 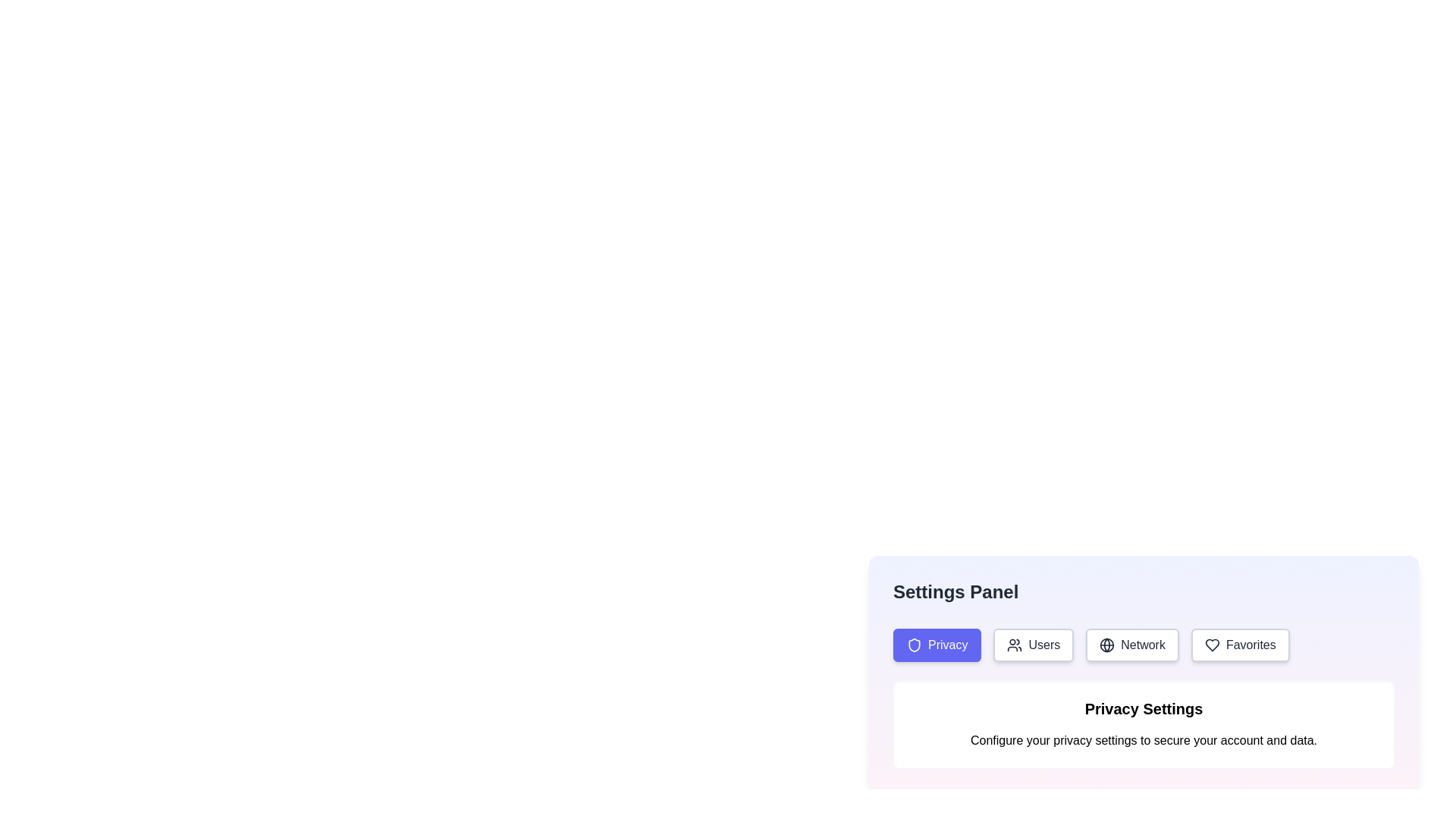 I want to click on the button labeled for managing favorite items, located in the top-right section of the UI, which is the fourth button in a horizontal list and features a heart icon to its left, so click(x=1250, y=645).